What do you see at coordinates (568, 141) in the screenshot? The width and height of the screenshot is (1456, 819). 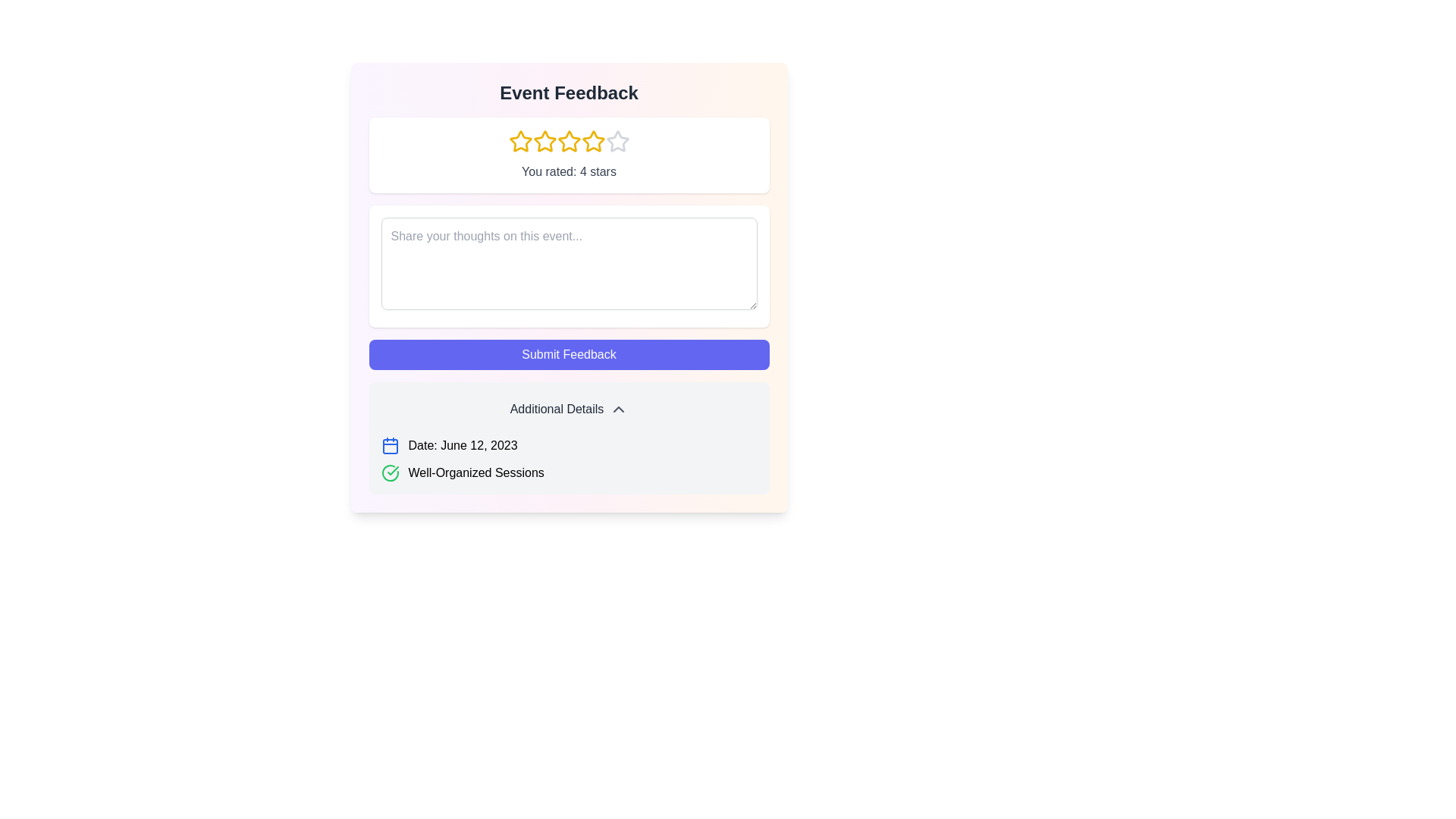 I see `the fourth active rating star element` at bounding box center [568, 141].